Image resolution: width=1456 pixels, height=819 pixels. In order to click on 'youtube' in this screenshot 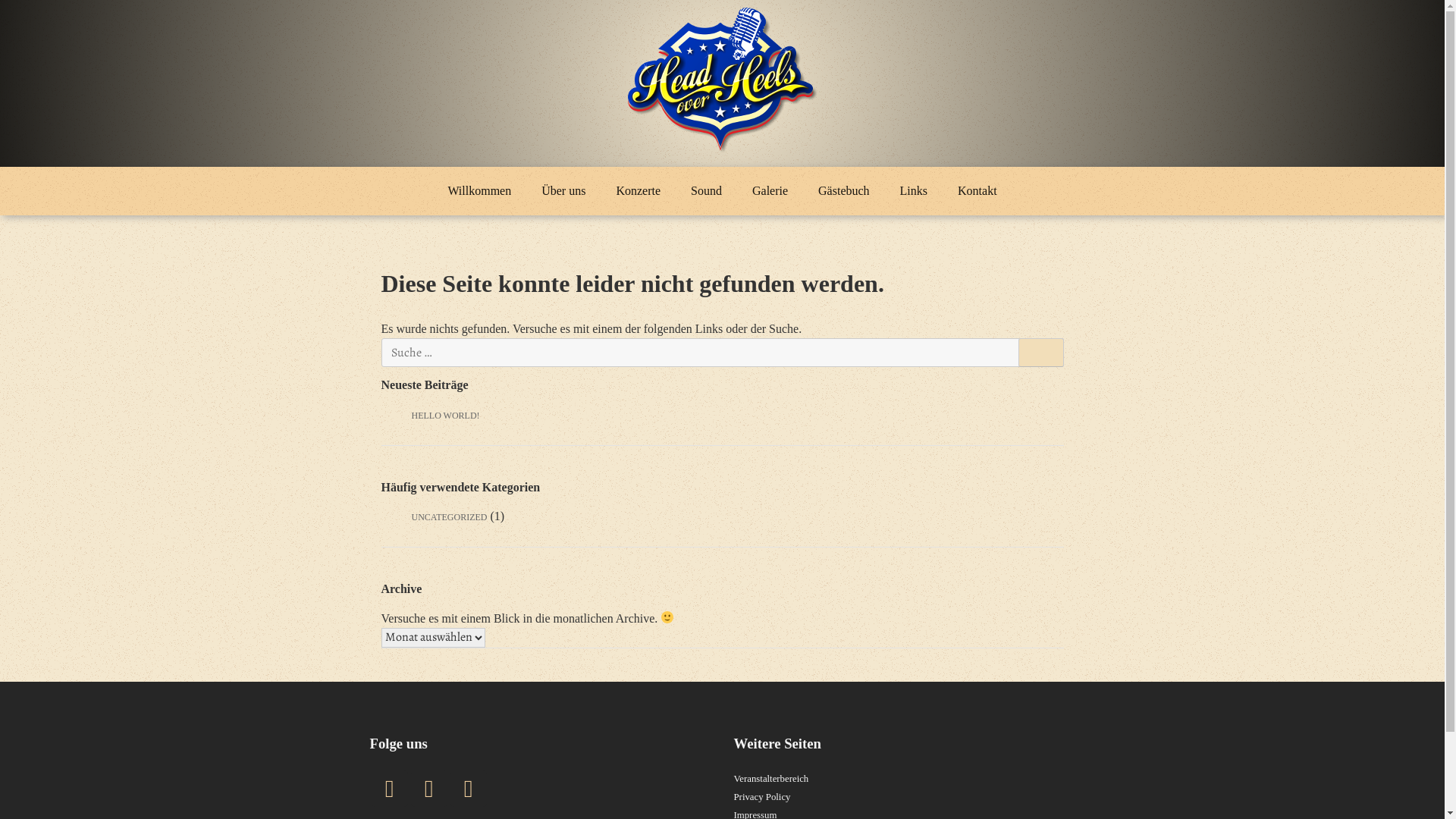, I will do `click(468, 788)`.